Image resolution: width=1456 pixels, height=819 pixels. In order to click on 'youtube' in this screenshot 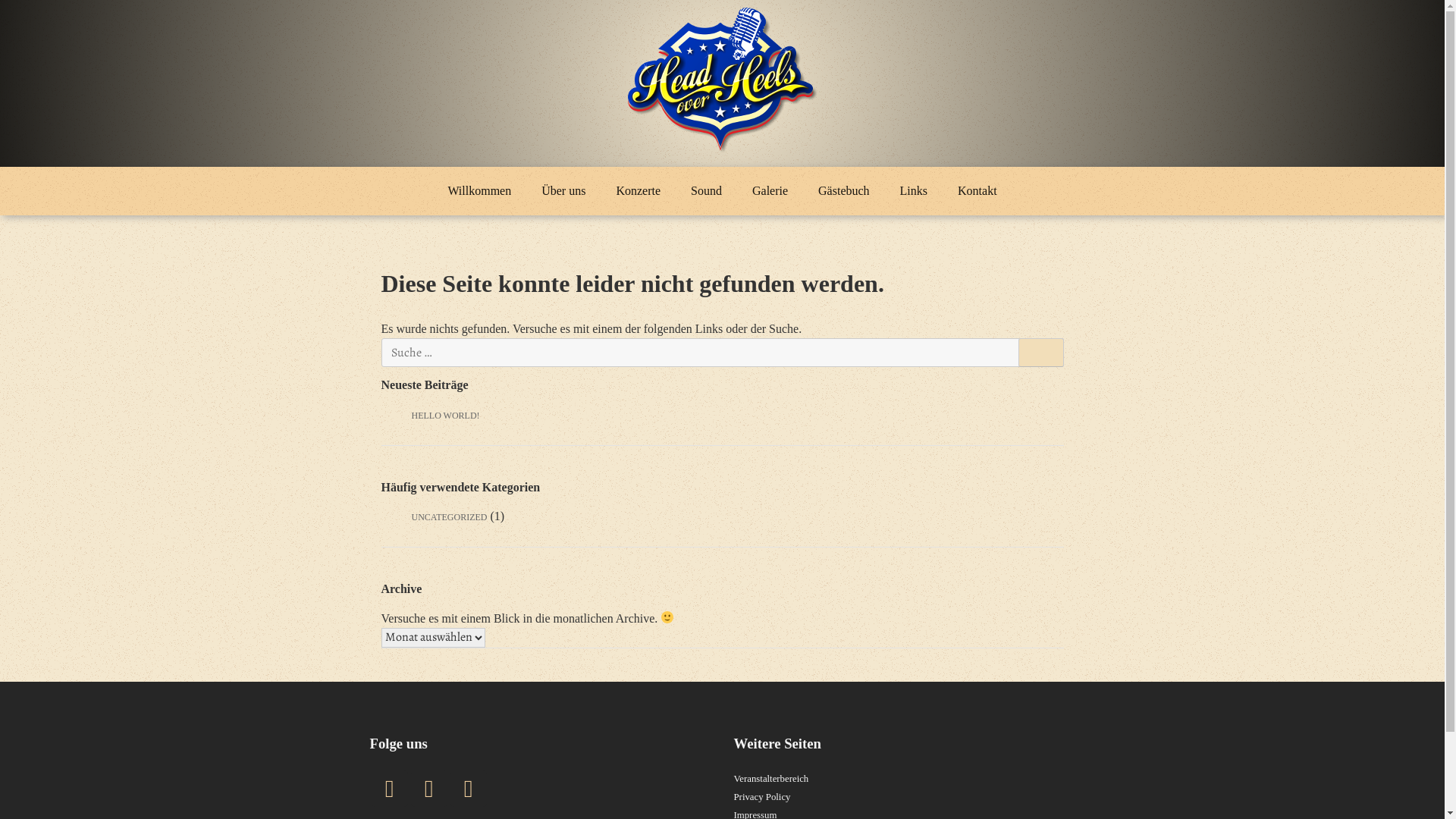, I will do `click(468, 788)`.